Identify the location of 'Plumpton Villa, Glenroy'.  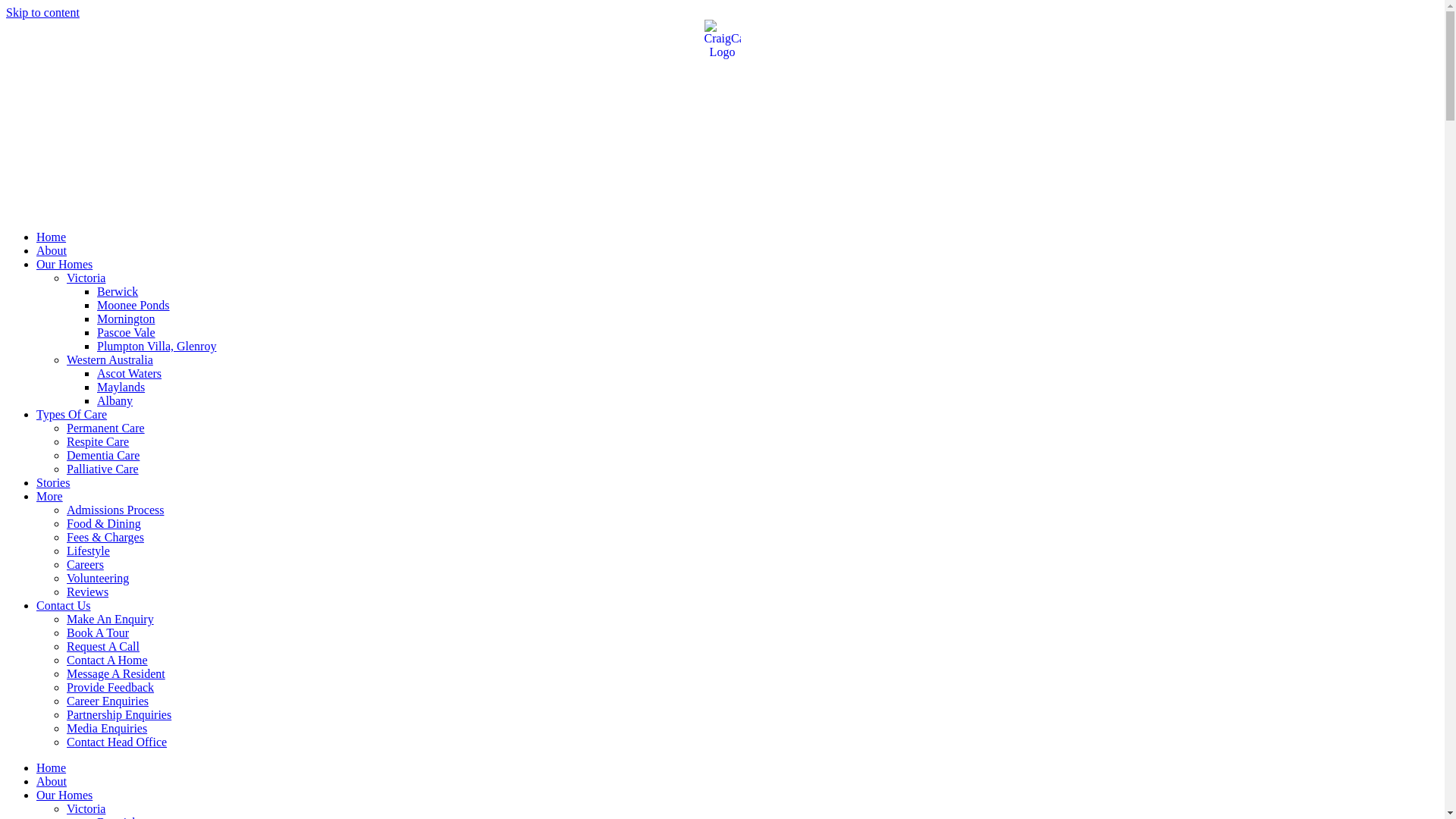
(156, 346).